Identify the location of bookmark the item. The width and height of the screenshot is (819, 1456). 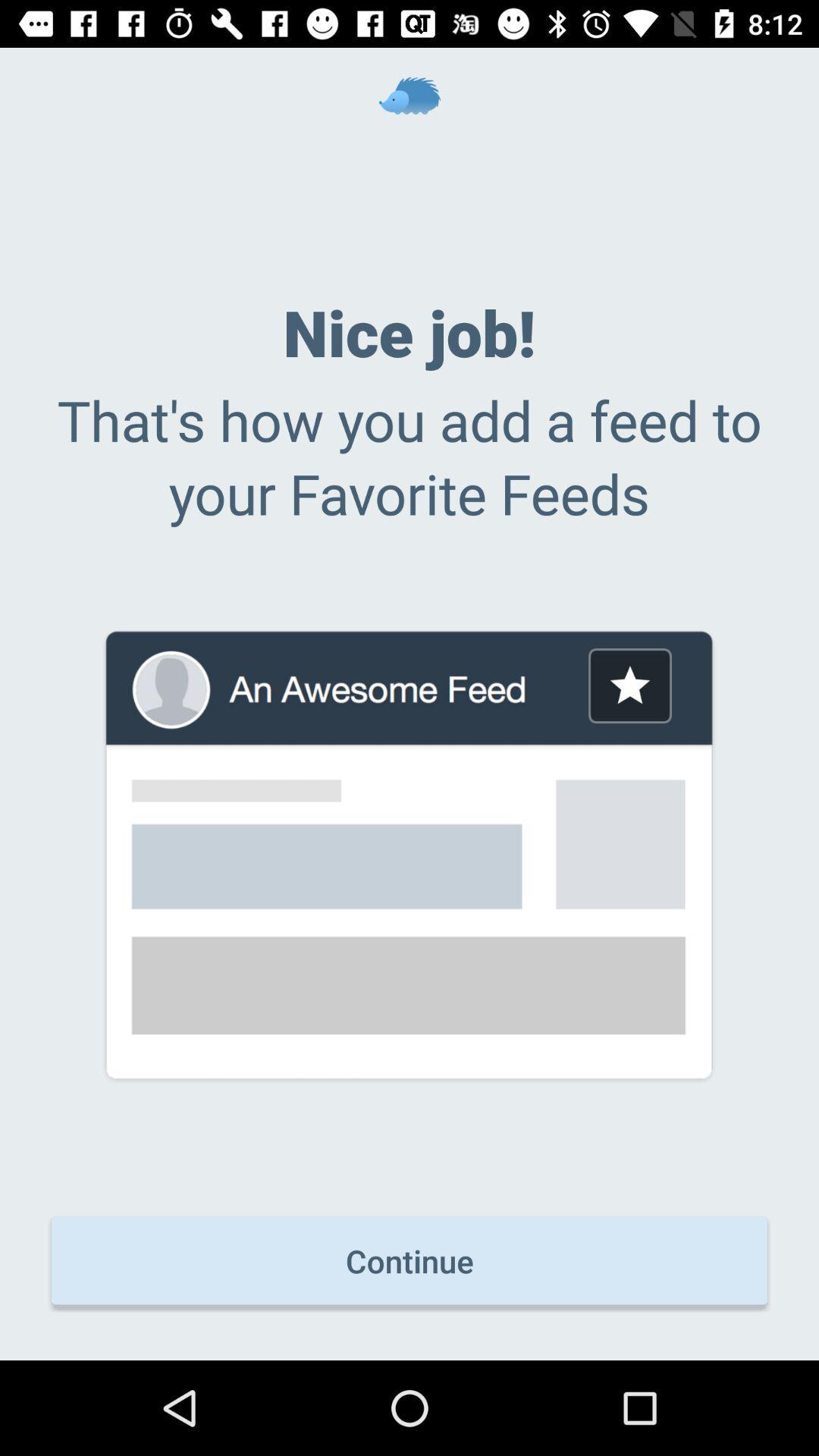
(629, 685).